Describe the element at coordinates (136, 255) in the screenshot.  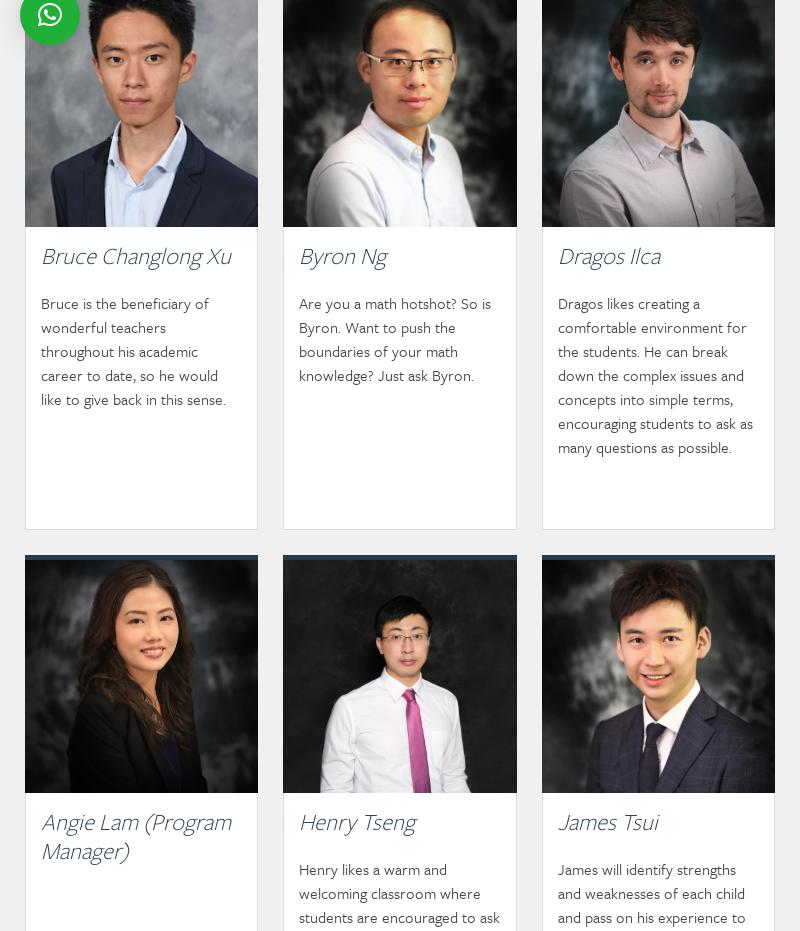
I see `'Bruce Changlong Xu'` at that location.